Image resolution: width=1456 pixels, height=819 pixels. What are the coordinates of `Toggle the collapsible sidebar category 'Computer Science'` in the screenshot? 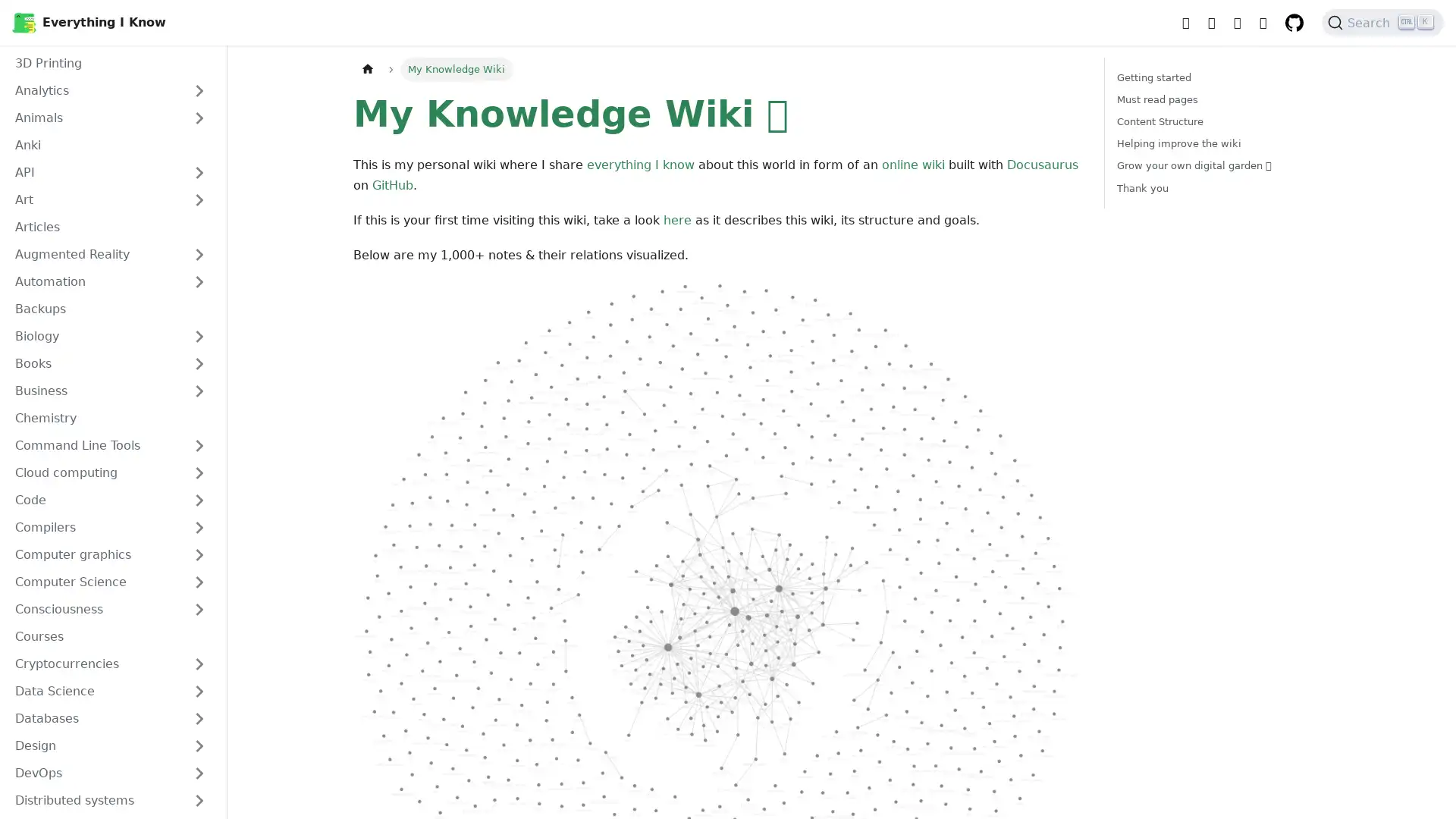 It's located at (199, 581).